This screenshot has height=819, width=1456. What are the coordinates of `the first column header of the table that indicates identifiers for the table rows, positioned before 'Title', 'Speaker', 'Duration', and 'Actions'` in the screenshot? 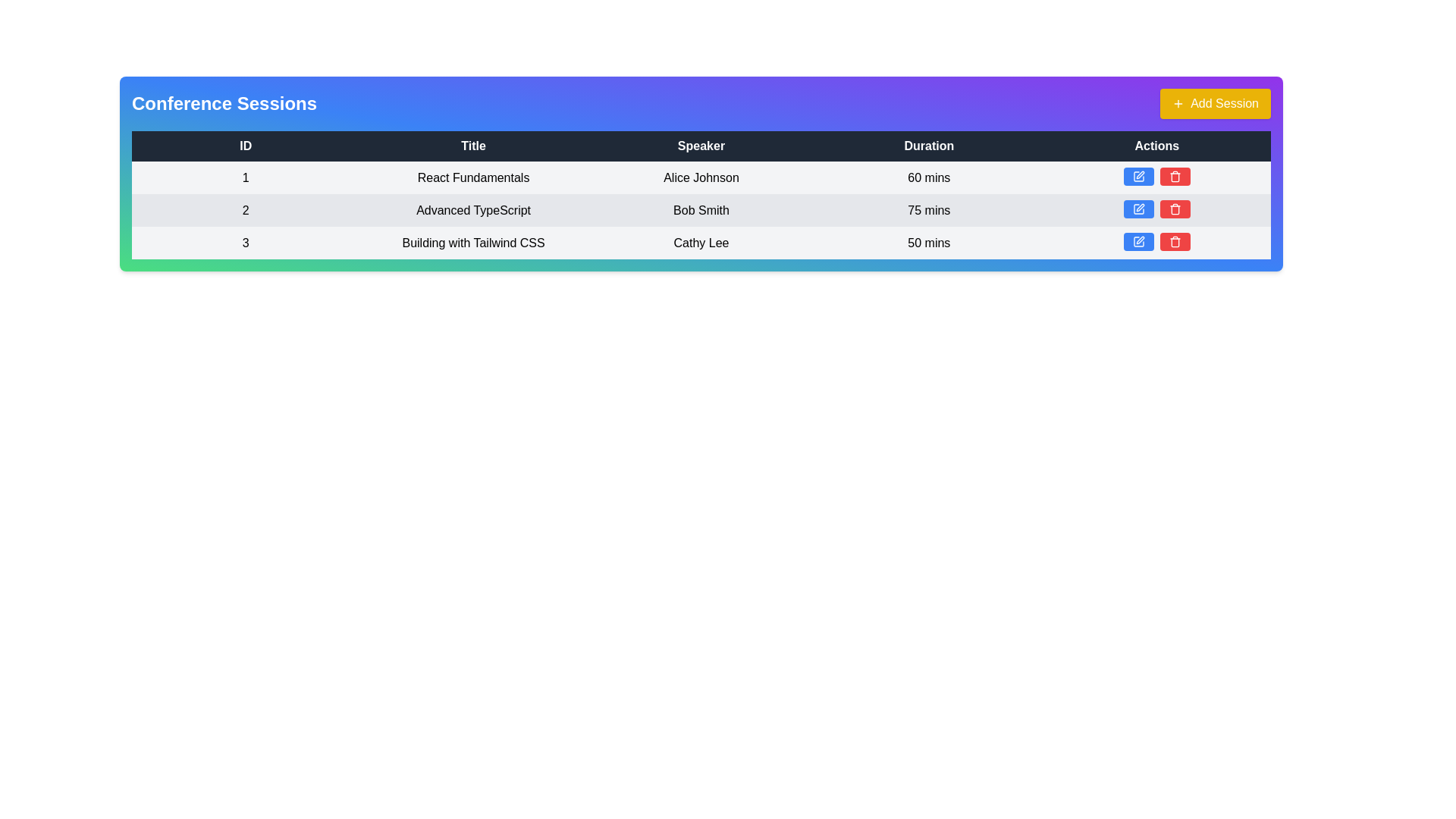 It's located at (246, 146).